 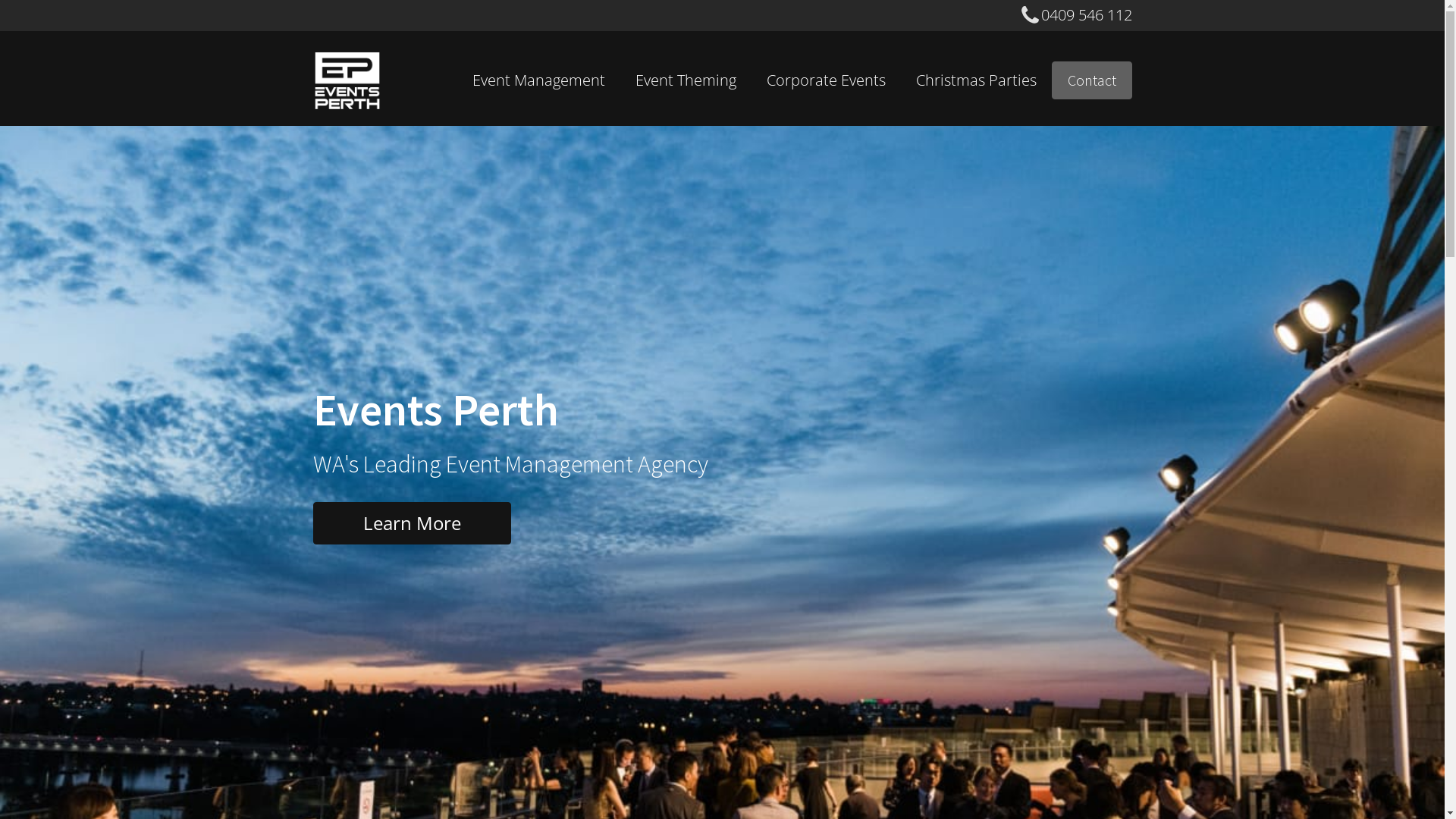 What do you see at coordinates (976, 80) in the screenshot?
I see `'Christmas Parties'` at bounding box center [976, 80].